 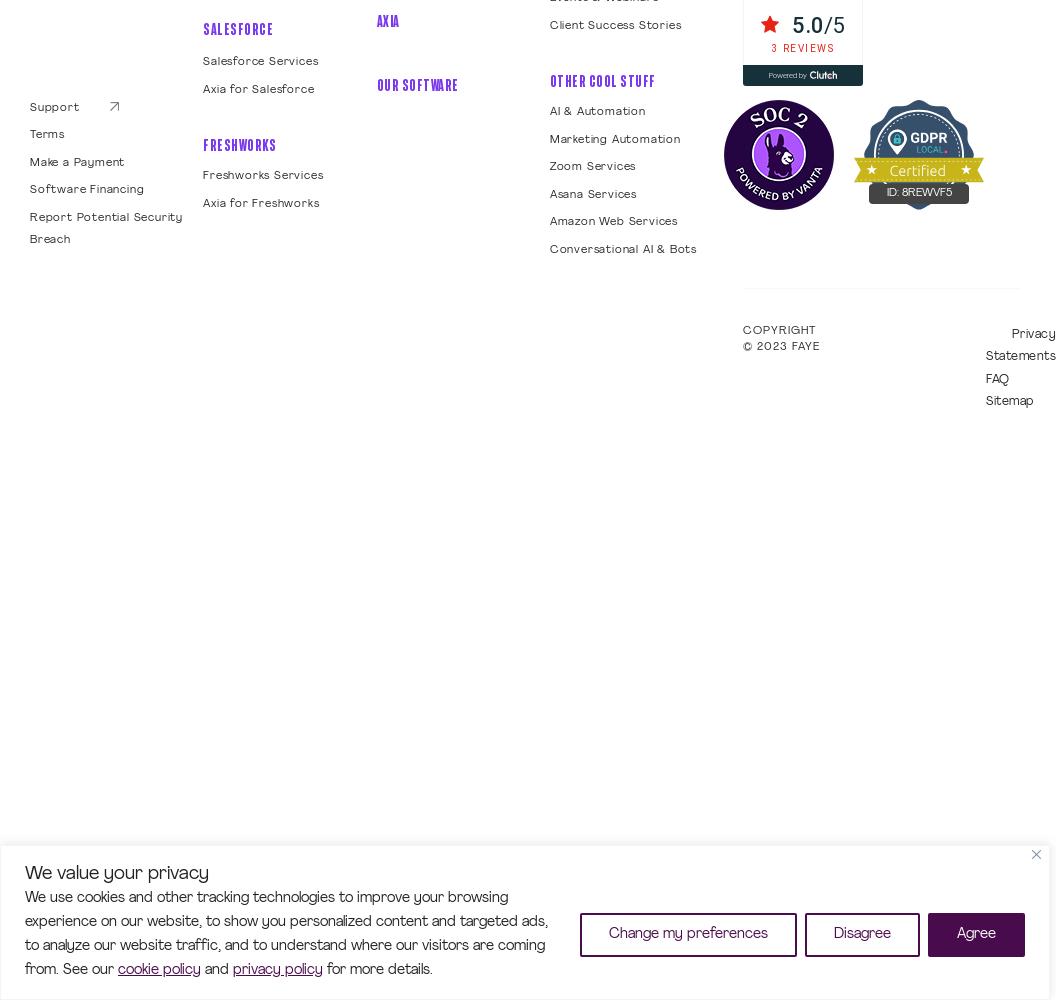 I want to click on 'Software Financing', so click(x=29, y=189).